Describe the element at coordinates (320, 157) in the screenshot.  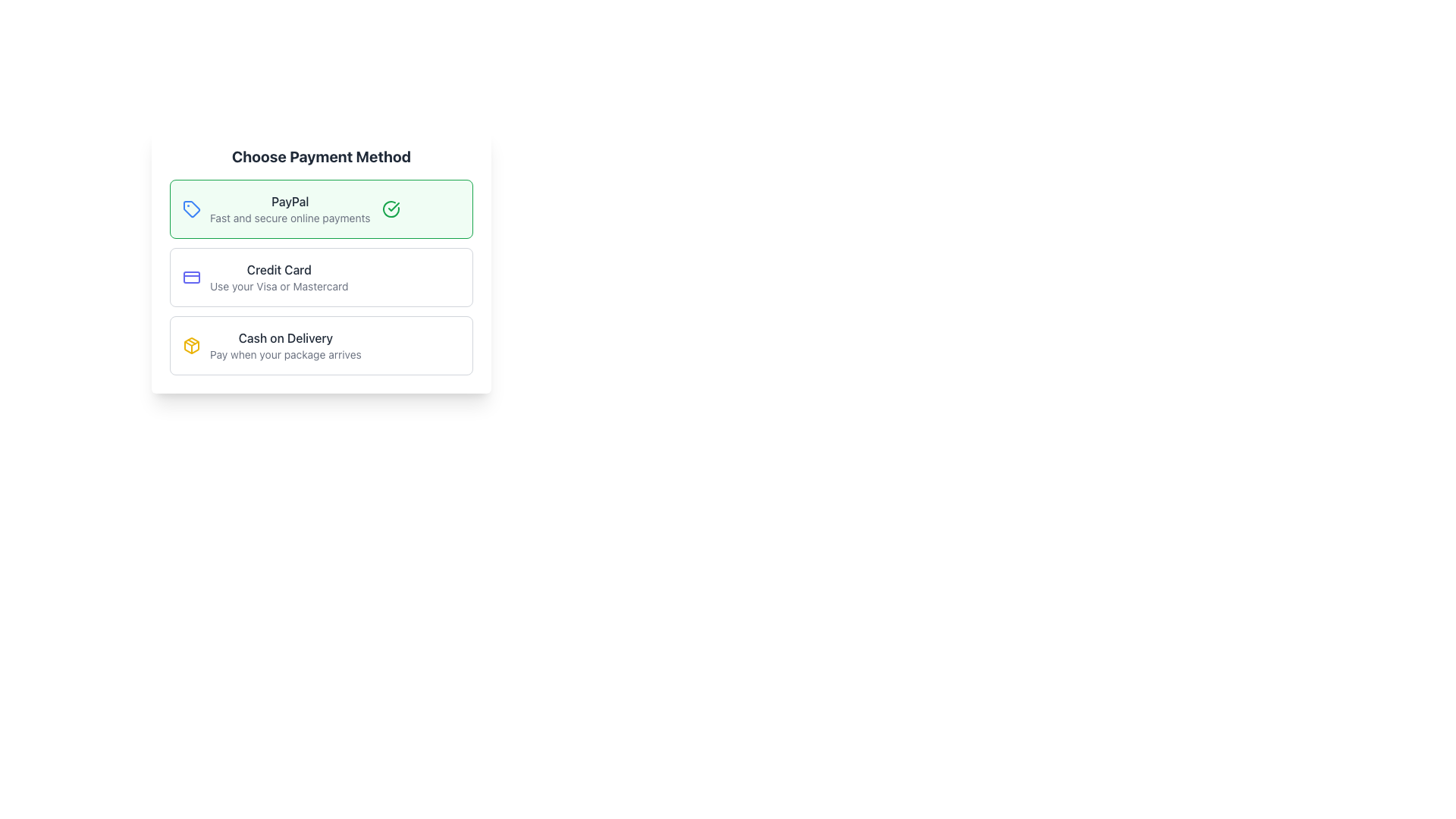
I see `the 'Choose Payment Method' title element, which is a bold, large-sized dark gray text located above the payment method options` at that location.